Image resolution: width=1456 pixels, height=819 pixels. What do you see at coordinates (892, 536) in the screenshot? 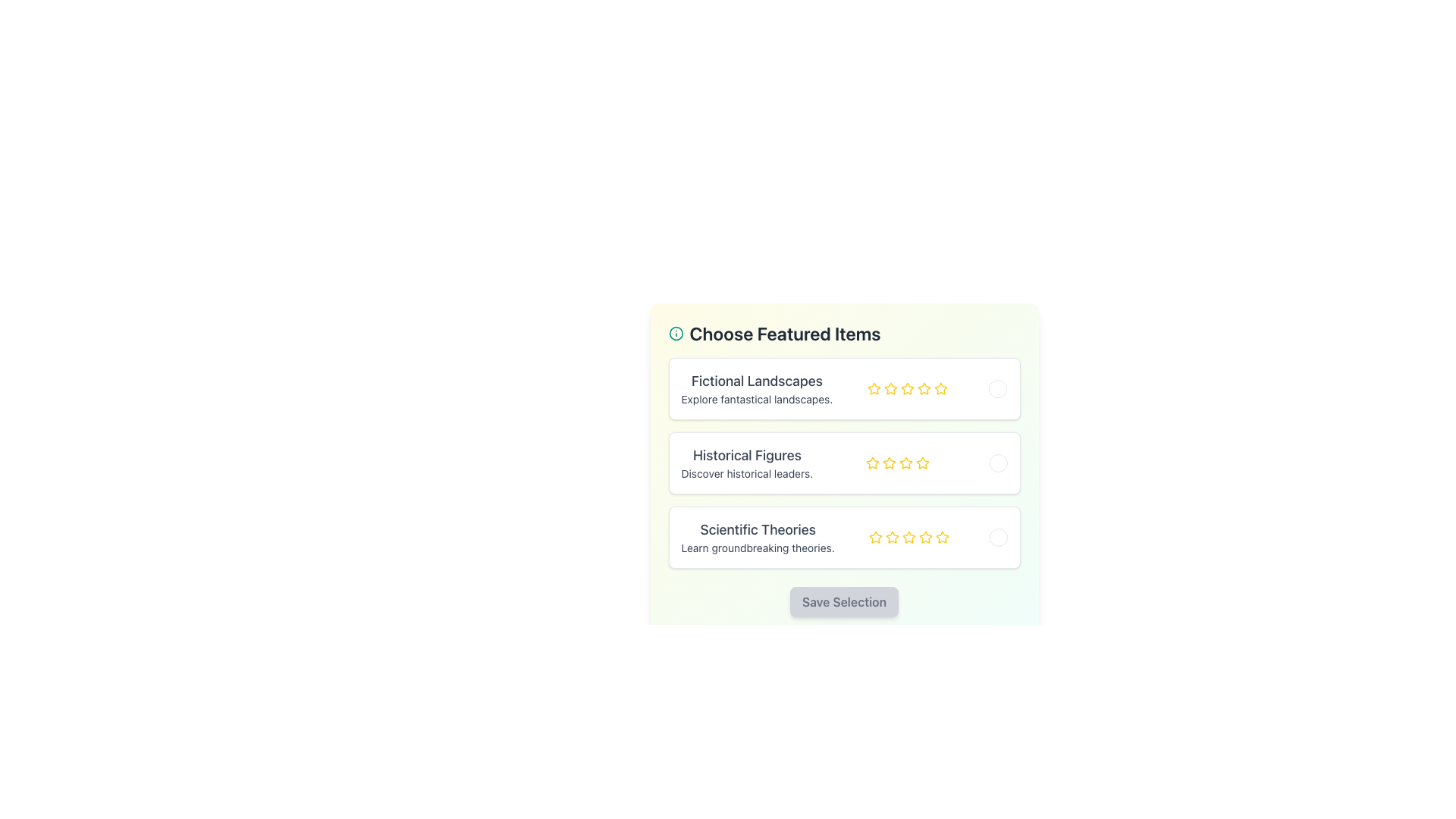
I see `the second star in the 5-star rating control under the 'Scientific Theories' section to rate it` at bounding box center [892, 536].